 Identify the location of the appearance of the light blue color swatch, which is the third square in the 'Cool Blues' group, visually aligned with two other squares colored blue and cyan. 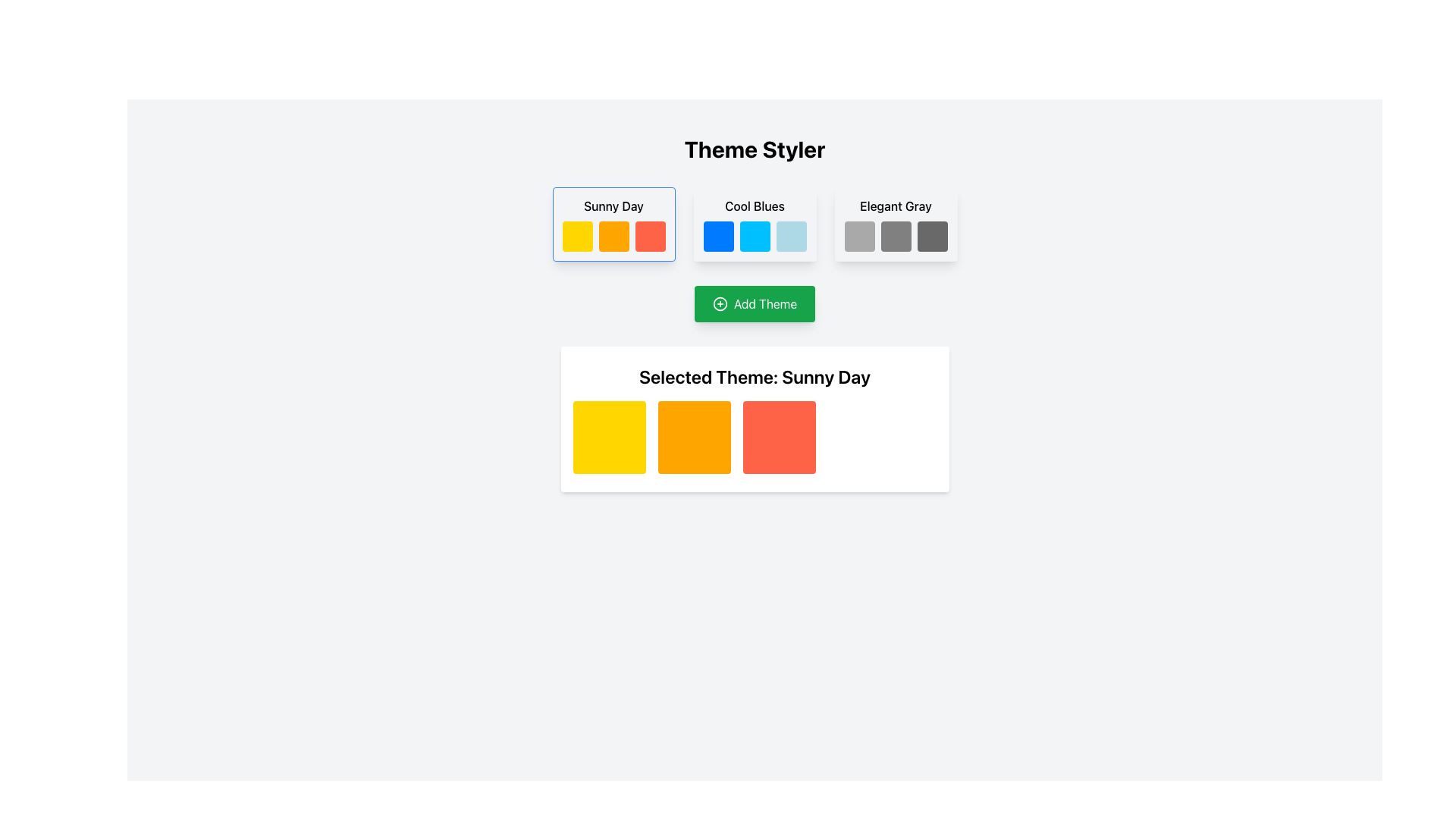
(790, 237).